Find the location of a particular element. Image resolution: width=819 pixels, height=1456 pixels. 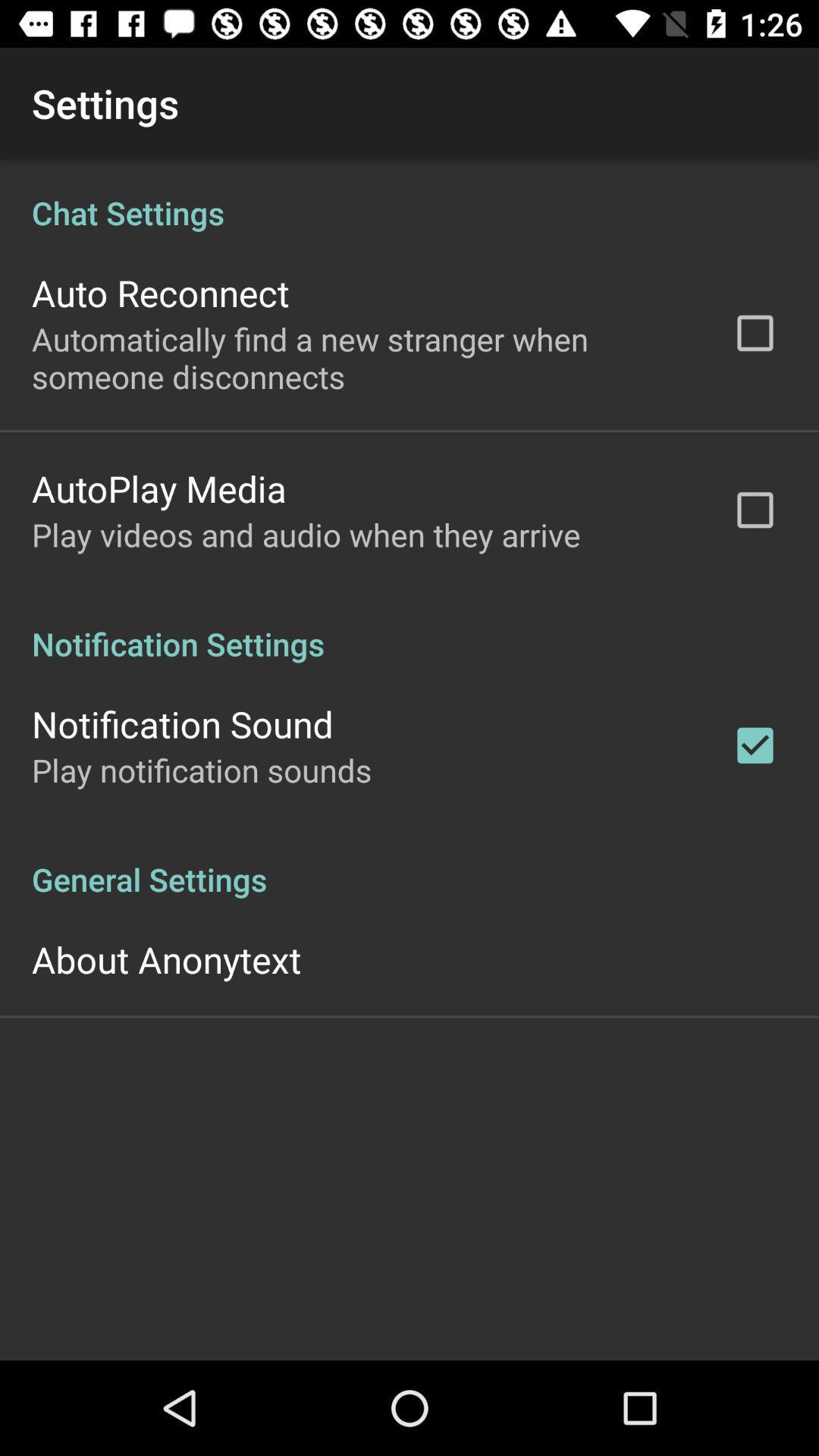

the general settings icon is located at coordinates (409, 863).